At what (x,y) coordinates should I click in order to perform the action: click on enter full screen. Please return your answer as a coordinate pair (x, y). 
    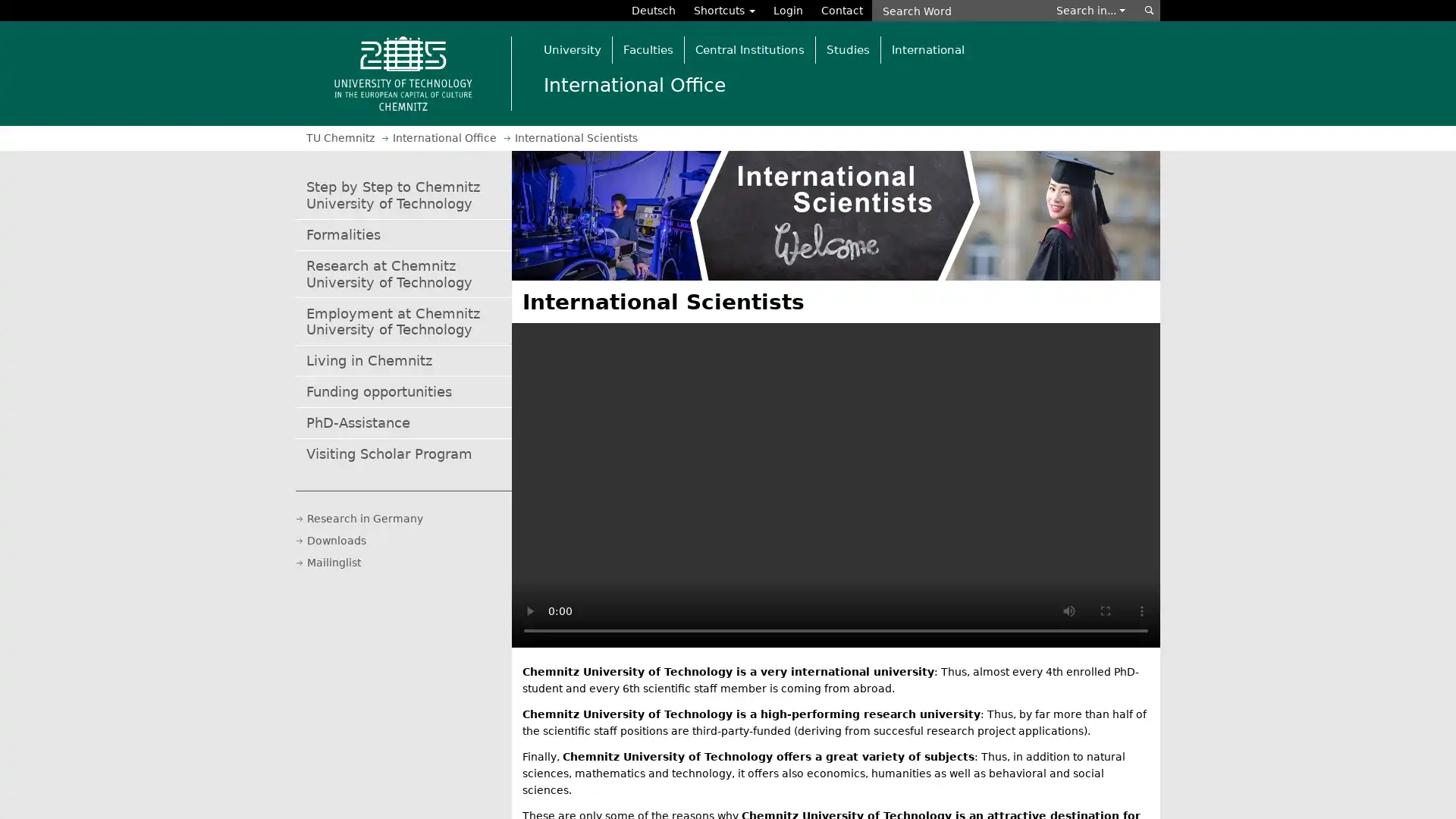
    Looking at the image, I should click on (1106, 610).